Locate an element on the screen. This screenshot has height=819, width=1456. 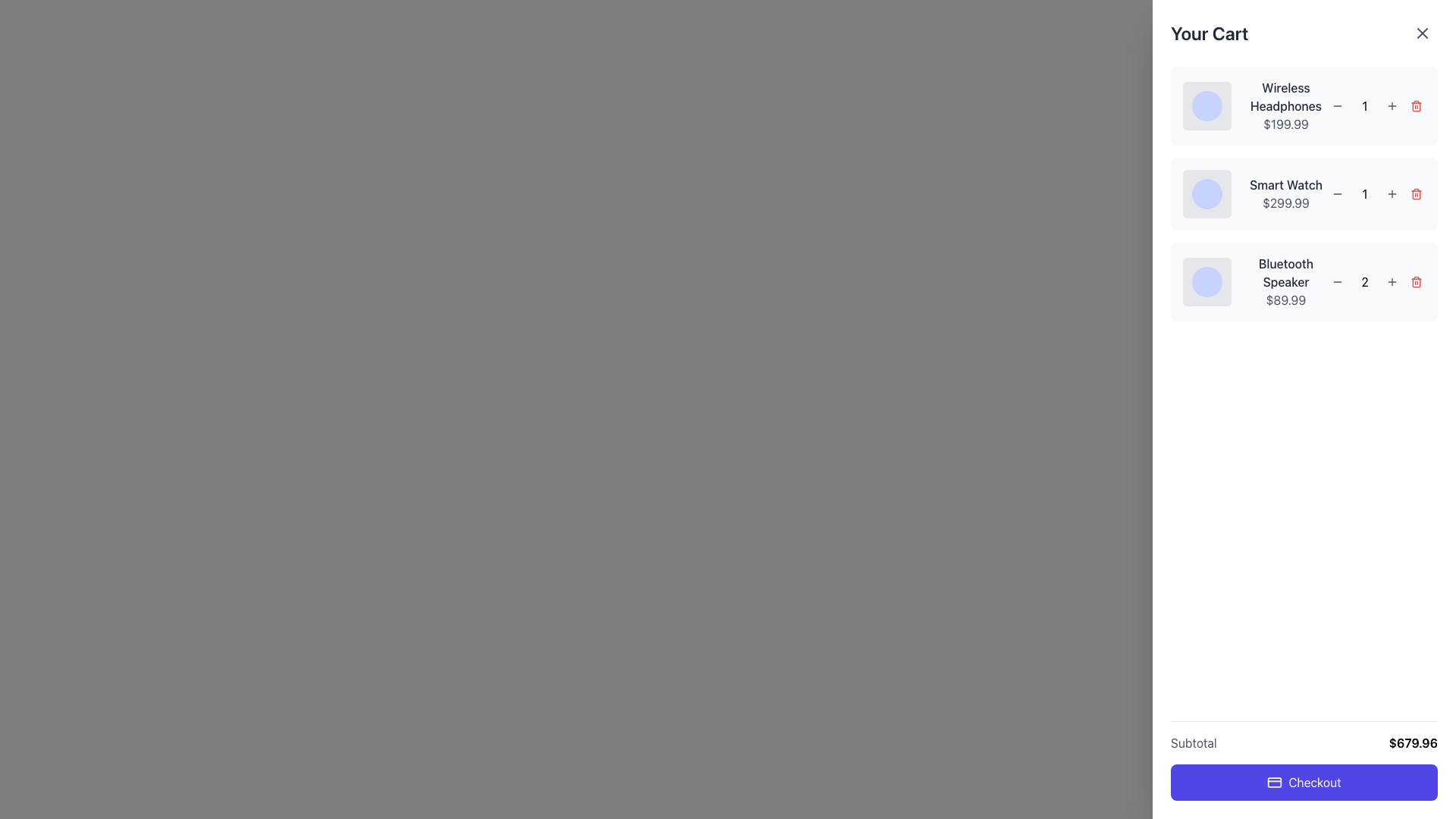
the small circular red button with a trash bin icon located at the far right of the 'Bluetooth Speaker' item in the shopping cart is located at coordinates (1415, 281).